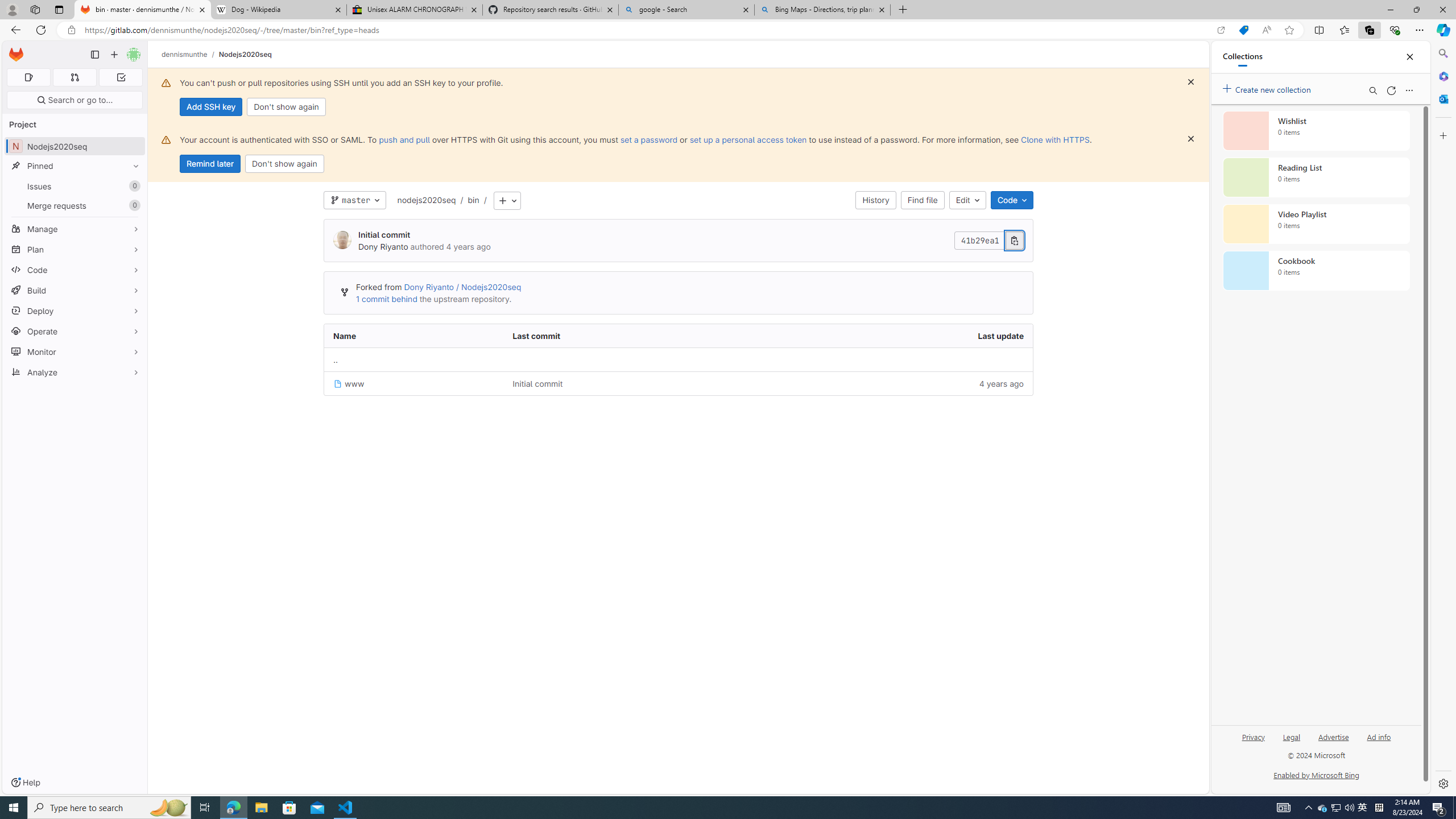 This screenshot has height=819, width=1456. Describe the element at coordinates (1191, 139) in the screenshot. I see `'Class: s16 gl-icon gl-button-icon '` at that location.